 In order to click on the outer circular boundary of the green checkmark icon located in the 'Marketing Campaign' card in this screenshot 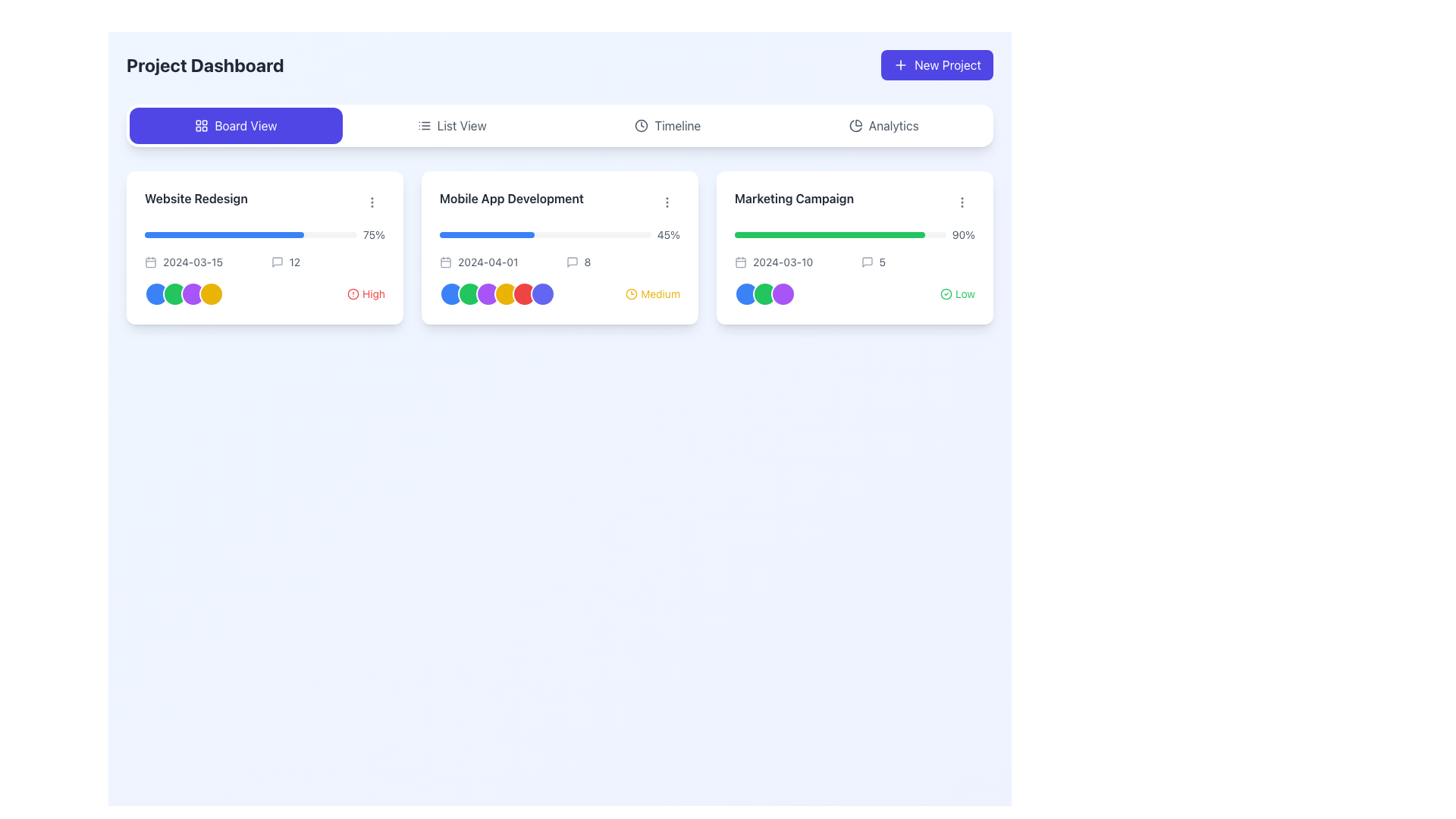, I will do `click(946, 294)`.